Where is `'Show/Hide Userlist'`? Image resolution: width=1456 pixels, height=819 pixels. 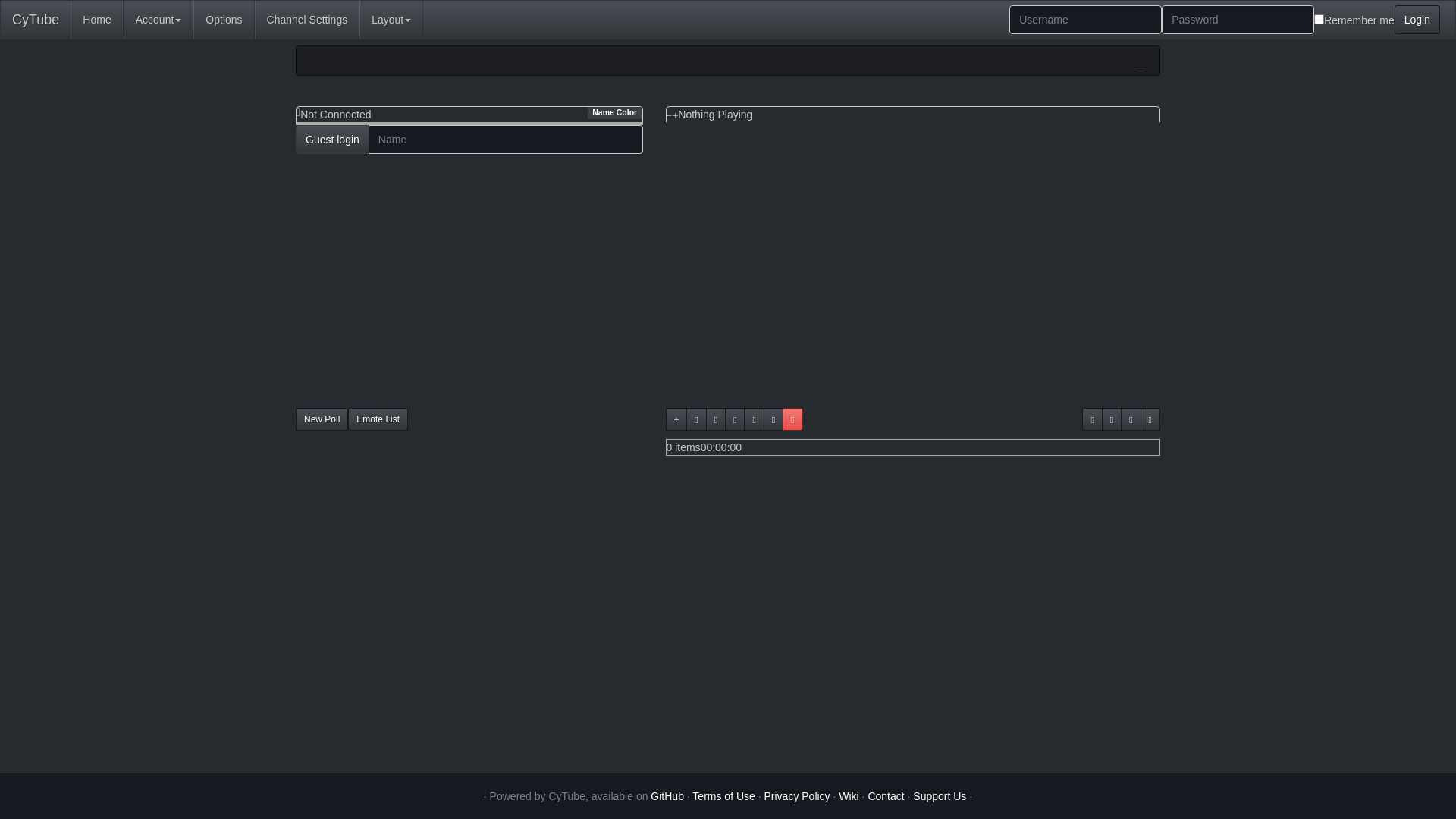 'Show/Hide Userlist' is located at coordinates (298, 112).